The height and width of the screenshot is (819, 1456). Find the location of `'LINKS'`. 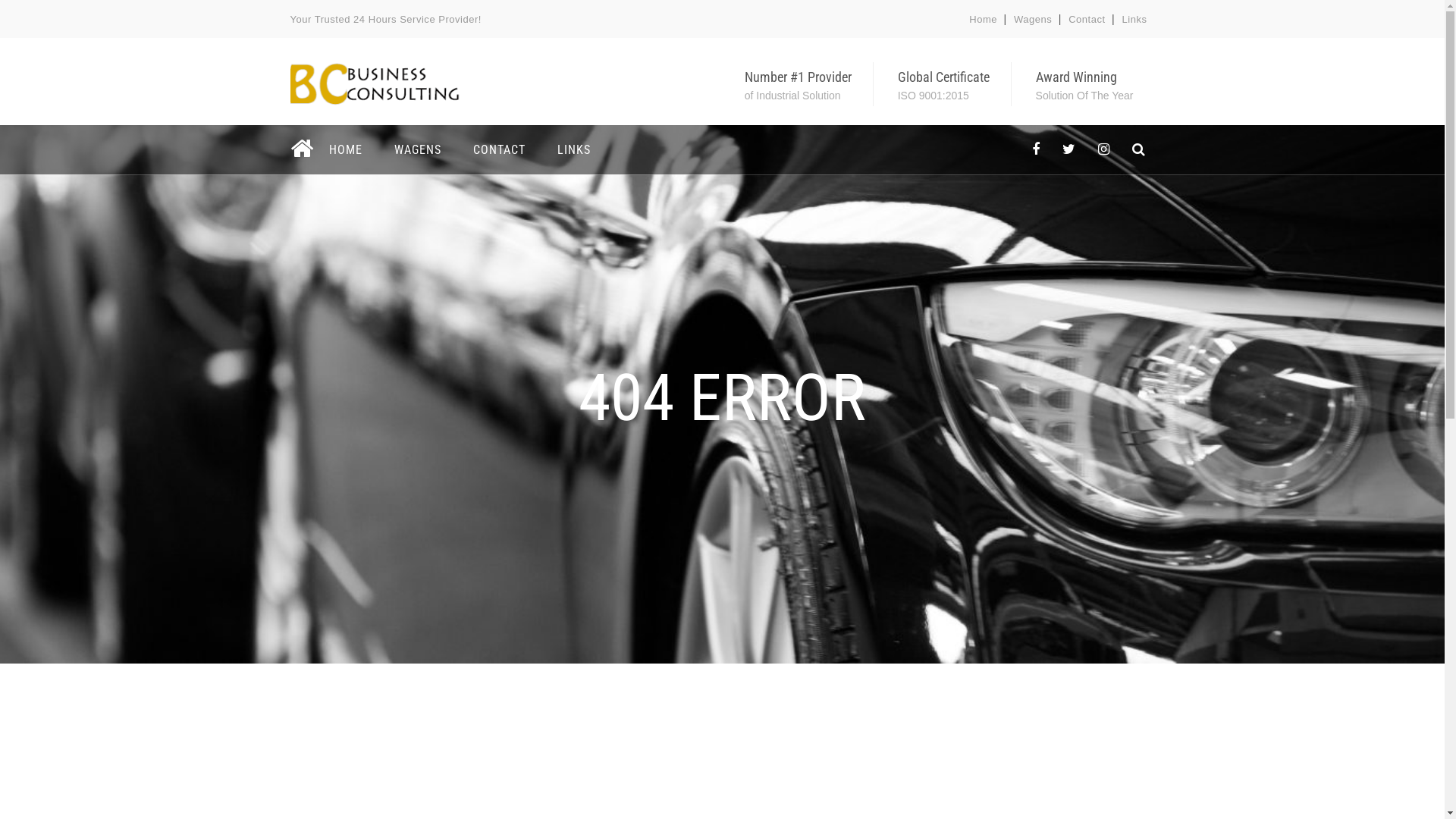

'LINKS' is located at coordinates (573, 149).